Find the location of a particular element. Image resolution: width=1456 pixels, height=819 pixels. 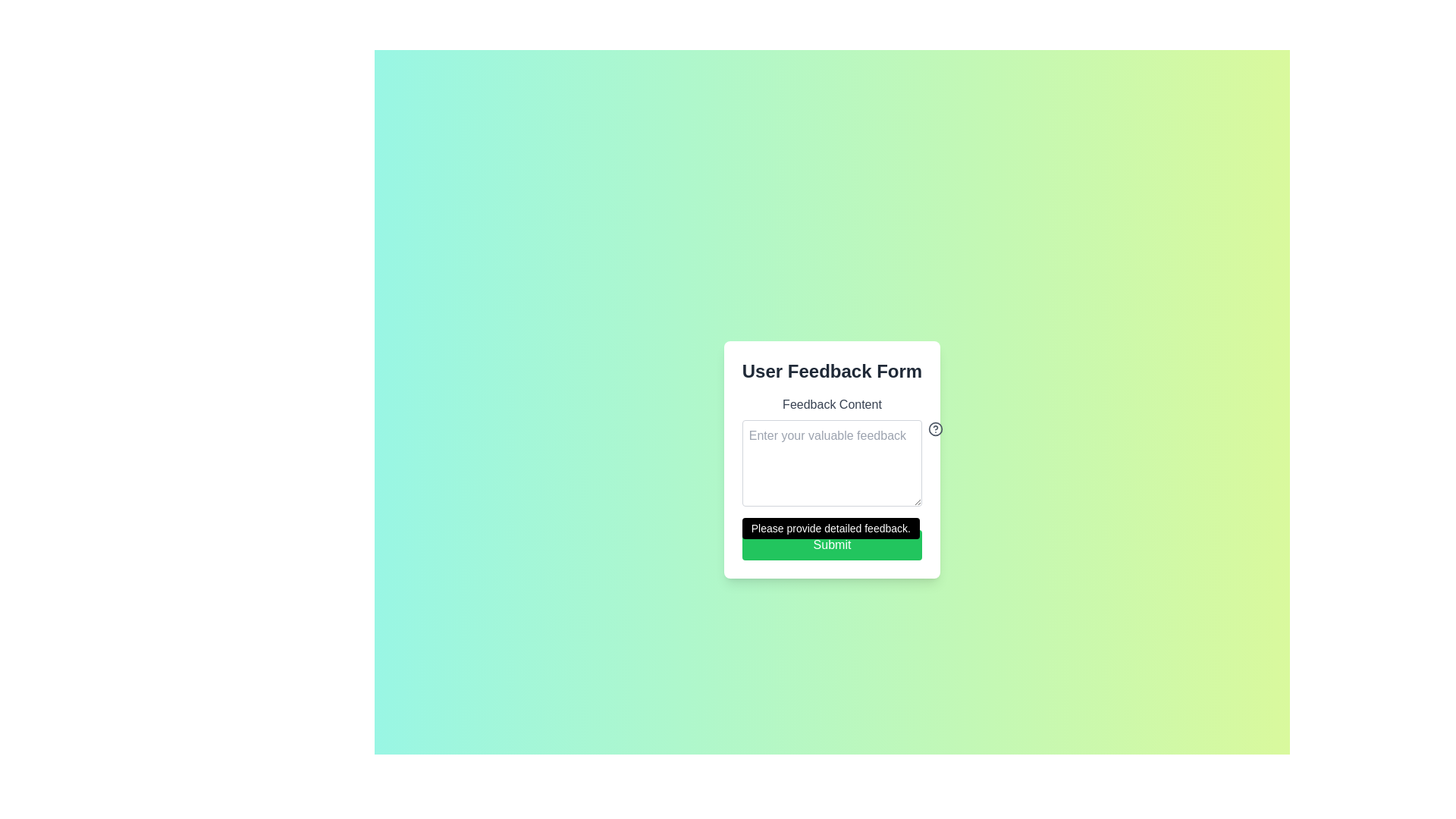

the Help or Information icon, which is a small circular icon with a question mark inside, located to the right of the 'Feedback Content' text input field is located at coordinates (935, 429).